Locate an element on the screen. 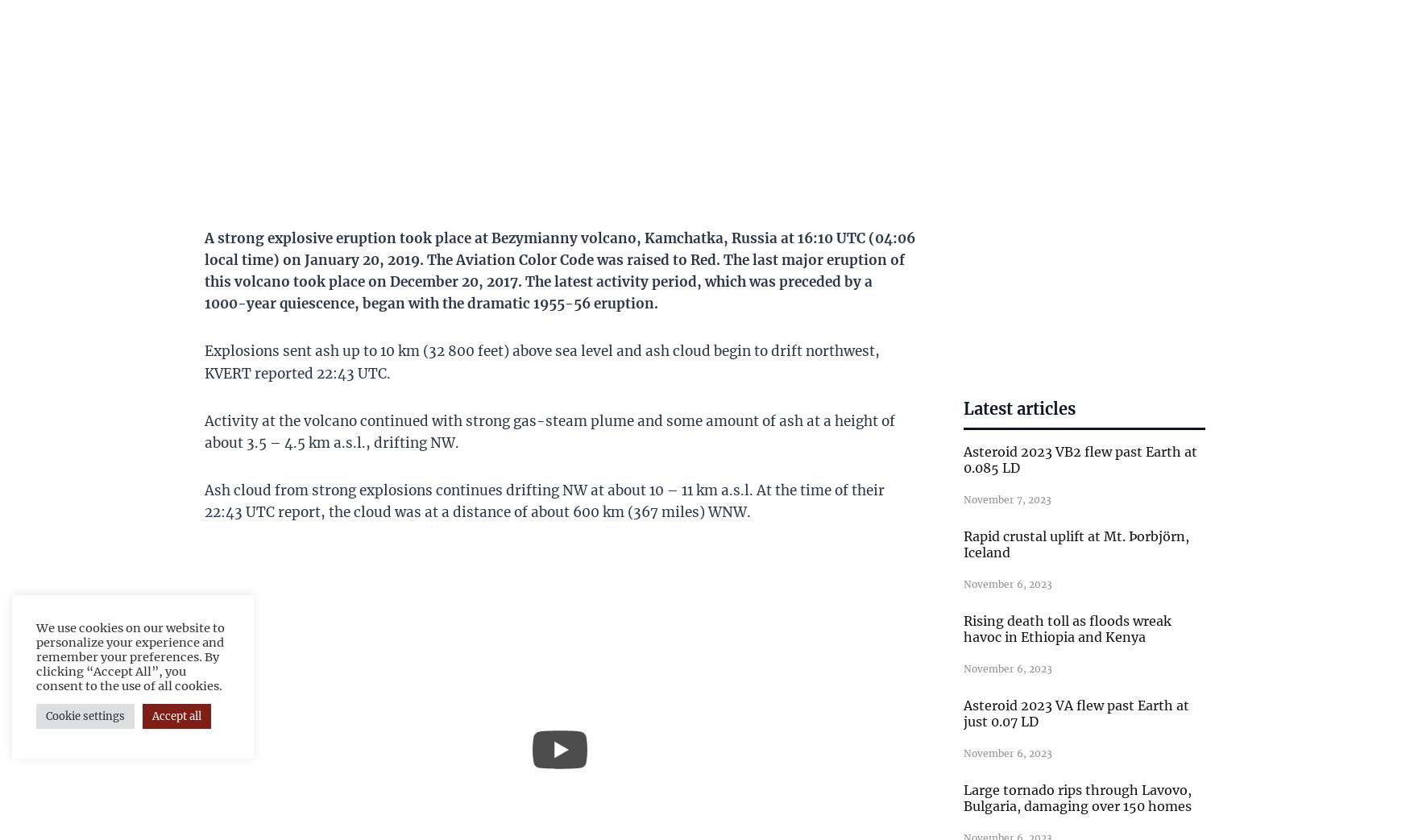  'Large tornado rips through Lavovo, Bulgaria, damaging over 150 homes' is located at coordinates (1077, 797).